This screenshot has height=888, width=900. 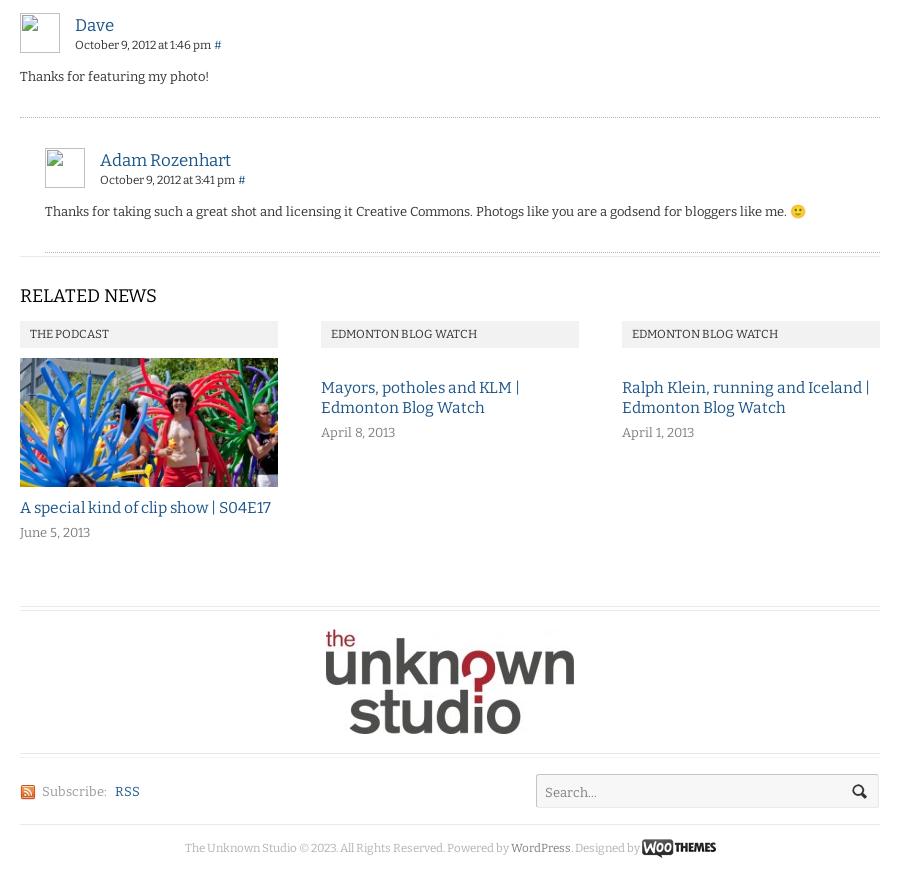 I want to click on '. Designed by', so click(x=605, y=845).